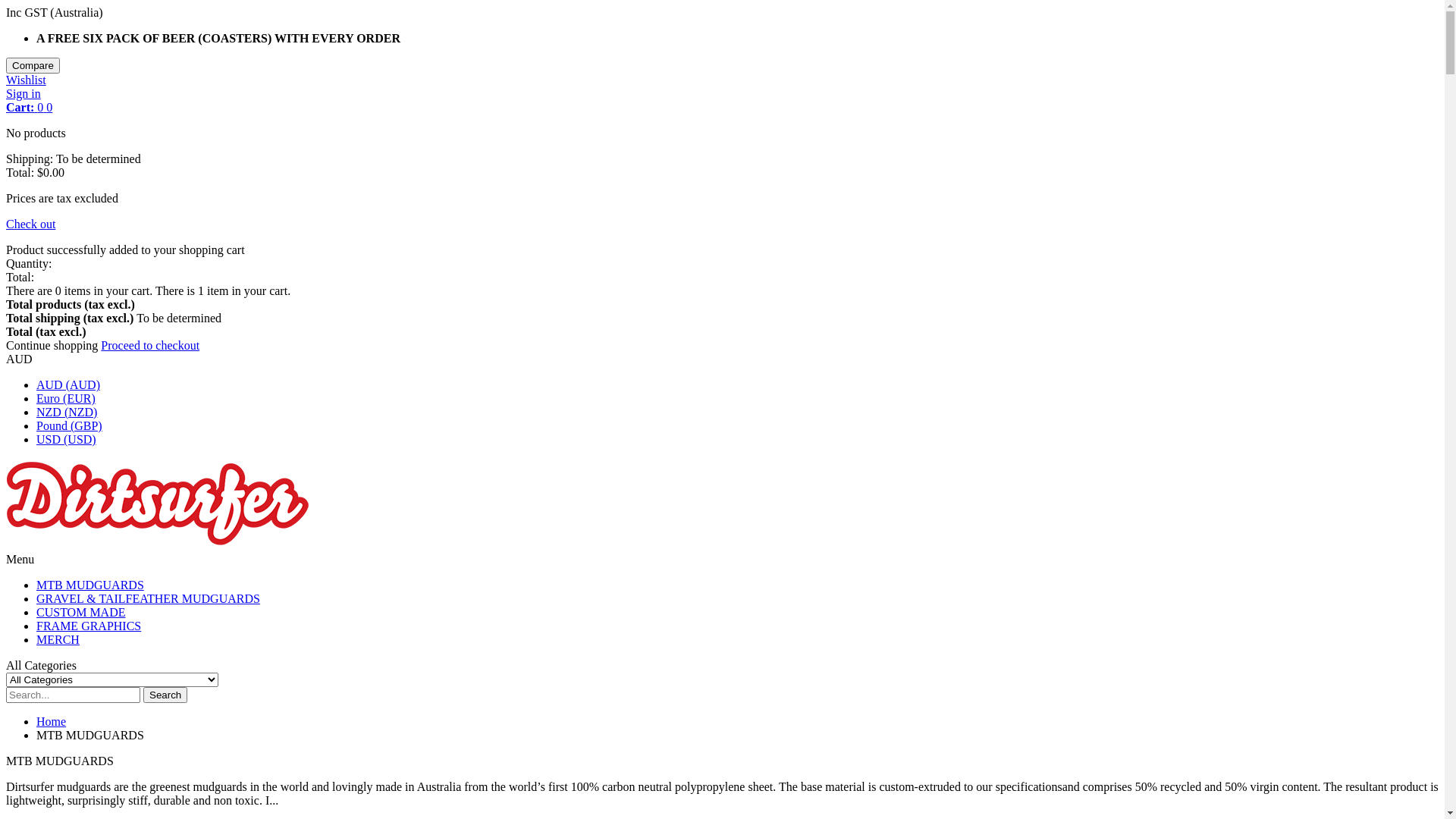  I want to click on 'CUSTOM MADE', so click(80, 611).